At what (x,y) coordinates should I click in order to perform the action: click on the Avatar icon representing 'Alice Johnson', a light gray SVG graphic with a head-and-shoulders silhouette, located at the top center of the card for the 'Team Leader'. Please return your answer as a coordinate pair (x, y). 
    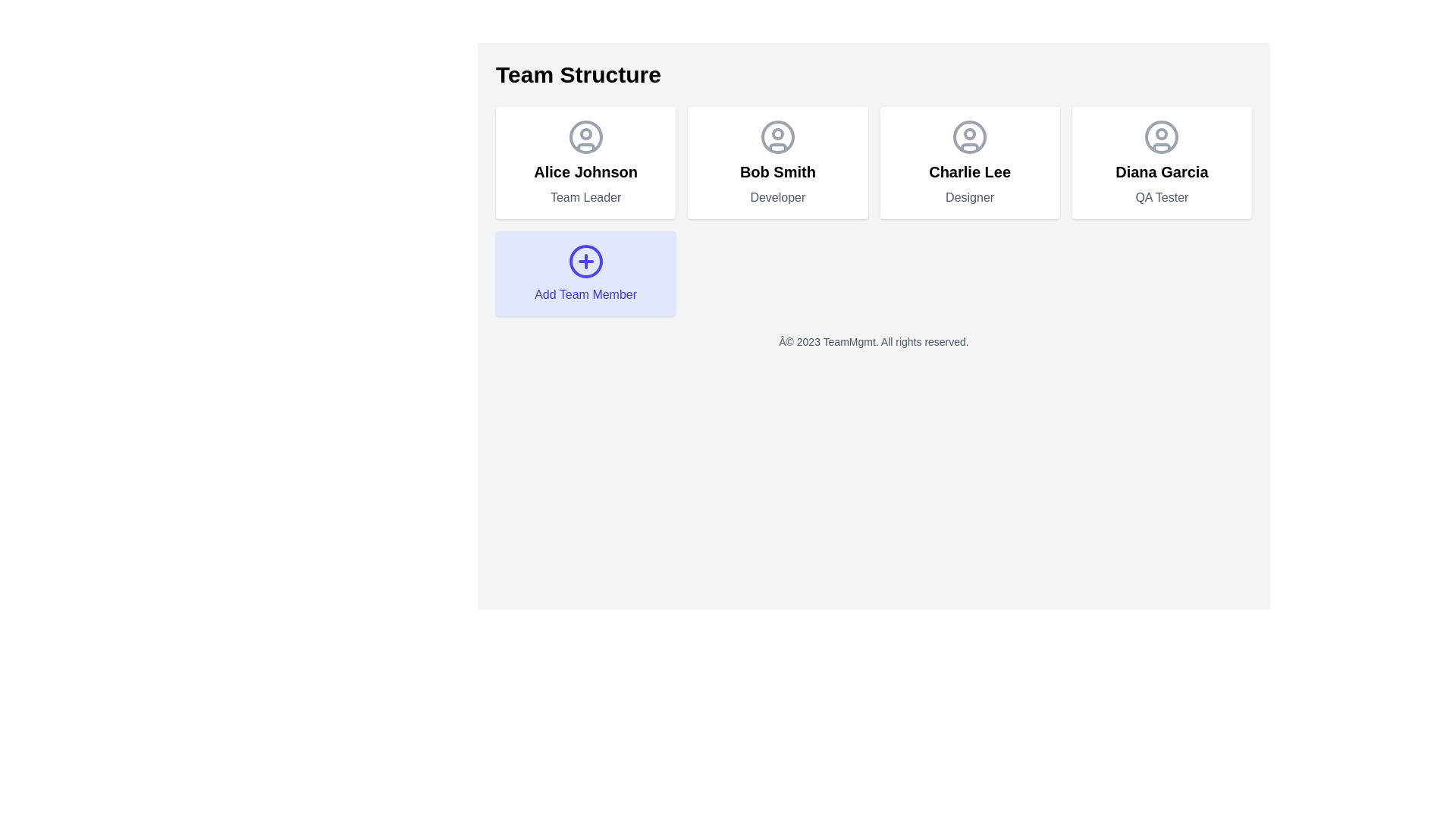
    Looking at the image, I should click on (585, 137).